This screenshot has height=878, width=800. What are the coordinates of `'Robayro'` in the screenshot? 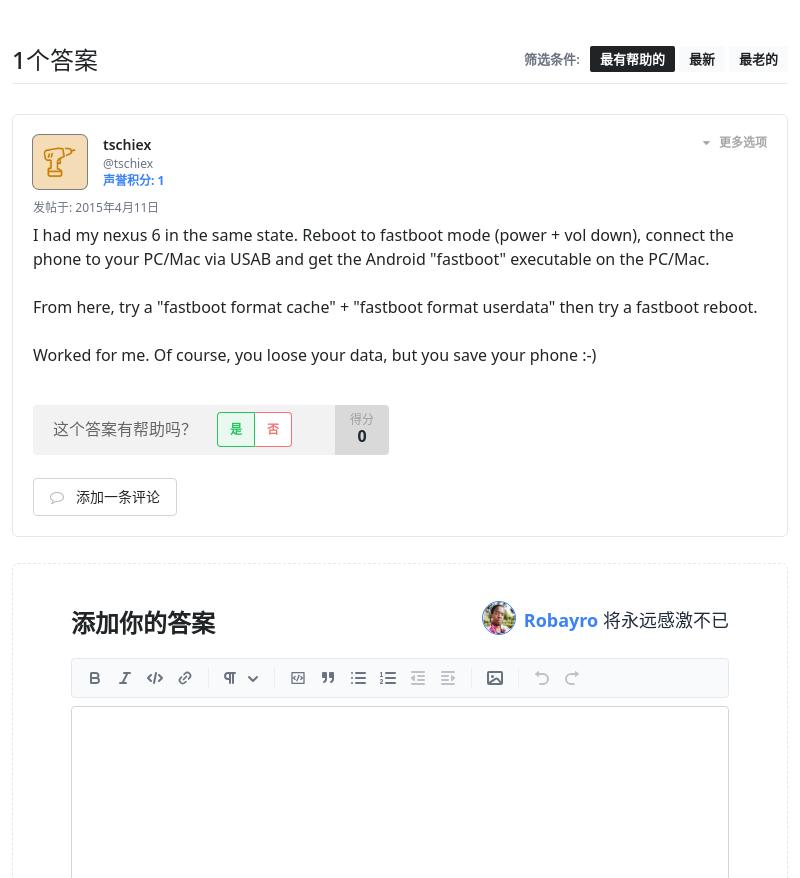 It's located at (562, 619).